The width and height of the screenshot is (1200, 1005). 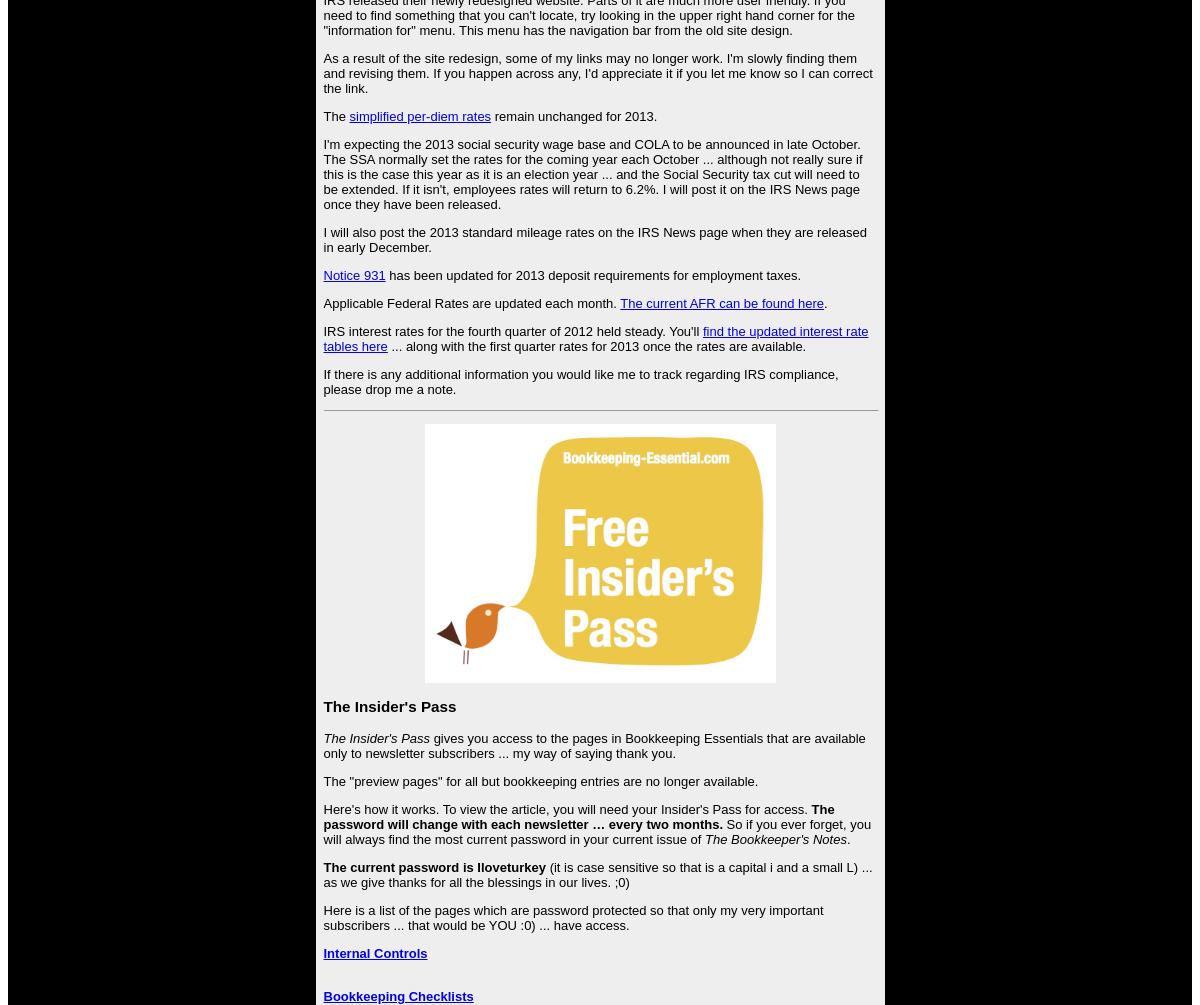 What do you see at coordinates (434, 865) in the screenshot?
I see `'The current password is Iloveturkey'` at bounding box center [434, 865].